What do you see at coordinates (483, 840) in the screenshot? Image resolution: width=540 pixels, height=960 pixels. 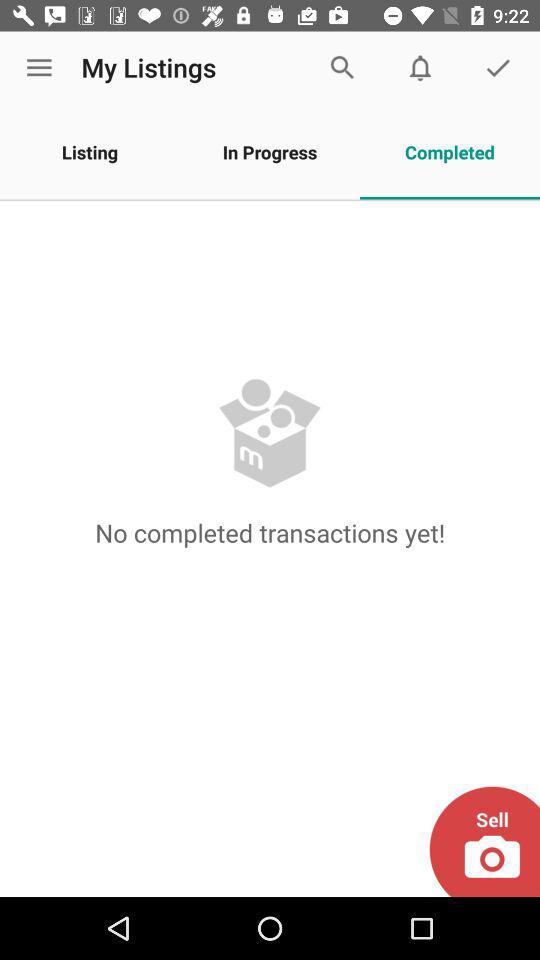 I see `sell your products by clicking on it` at bounding box center [483, 840].